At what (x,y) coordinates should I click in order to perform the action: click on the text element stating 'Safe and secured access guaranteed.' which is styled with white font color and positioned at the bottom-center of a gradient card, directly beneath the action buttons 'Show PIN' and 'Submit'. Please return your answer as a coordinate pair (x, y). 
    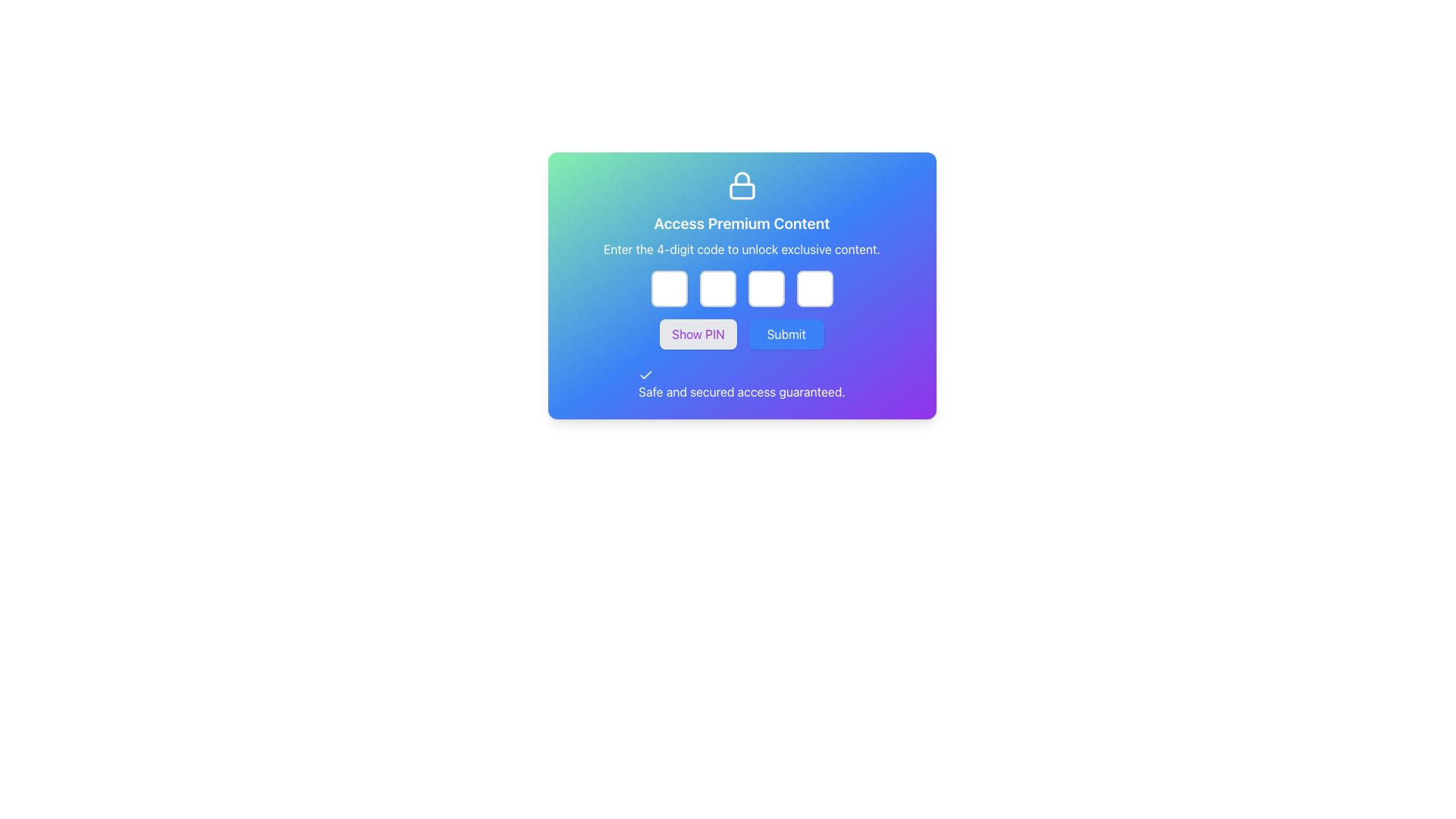
    Looking at the image, I should click on (742, 391).